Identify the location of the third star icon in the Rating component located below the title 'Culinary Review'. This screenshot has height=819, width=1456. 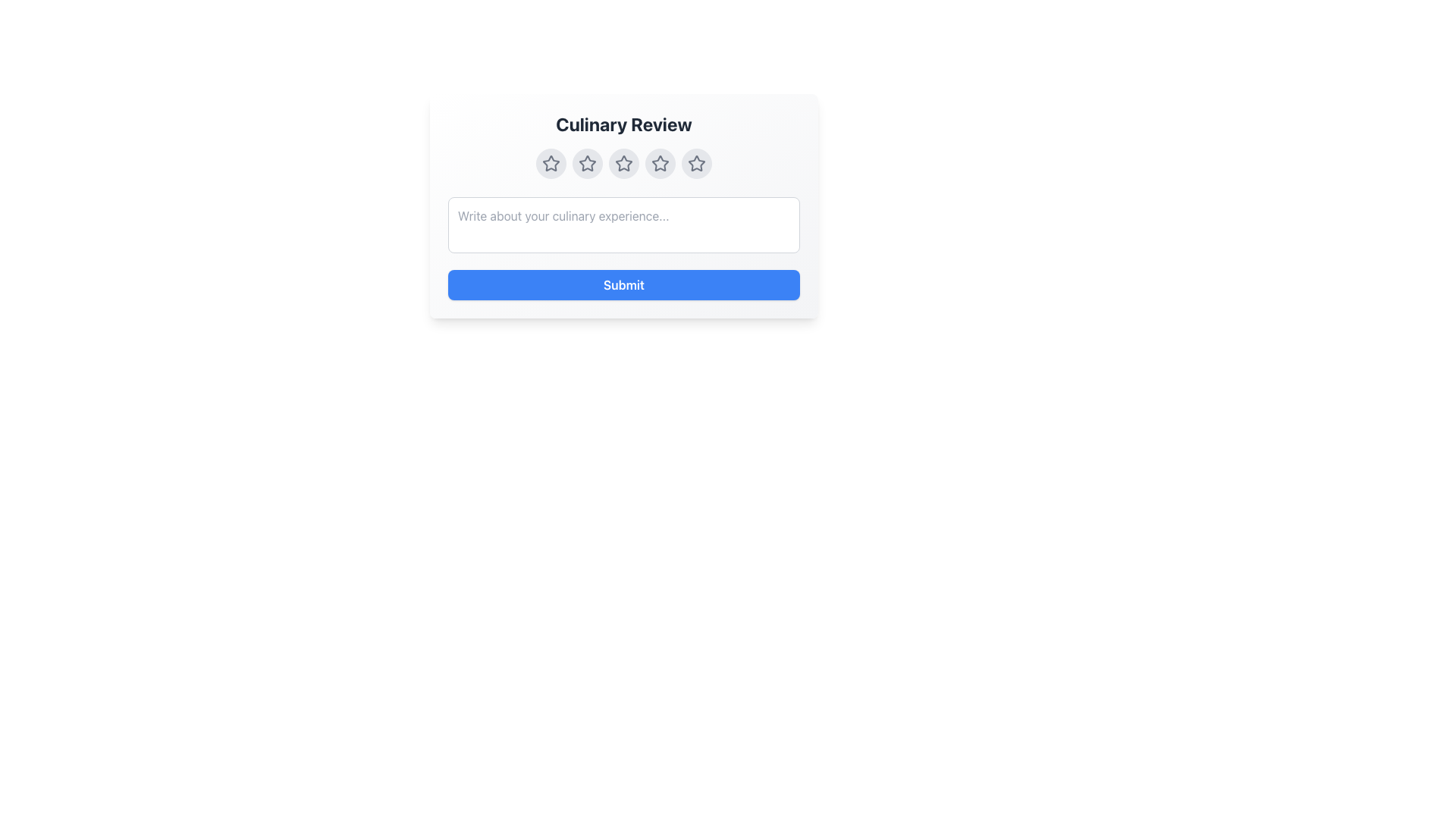
(623, 164).